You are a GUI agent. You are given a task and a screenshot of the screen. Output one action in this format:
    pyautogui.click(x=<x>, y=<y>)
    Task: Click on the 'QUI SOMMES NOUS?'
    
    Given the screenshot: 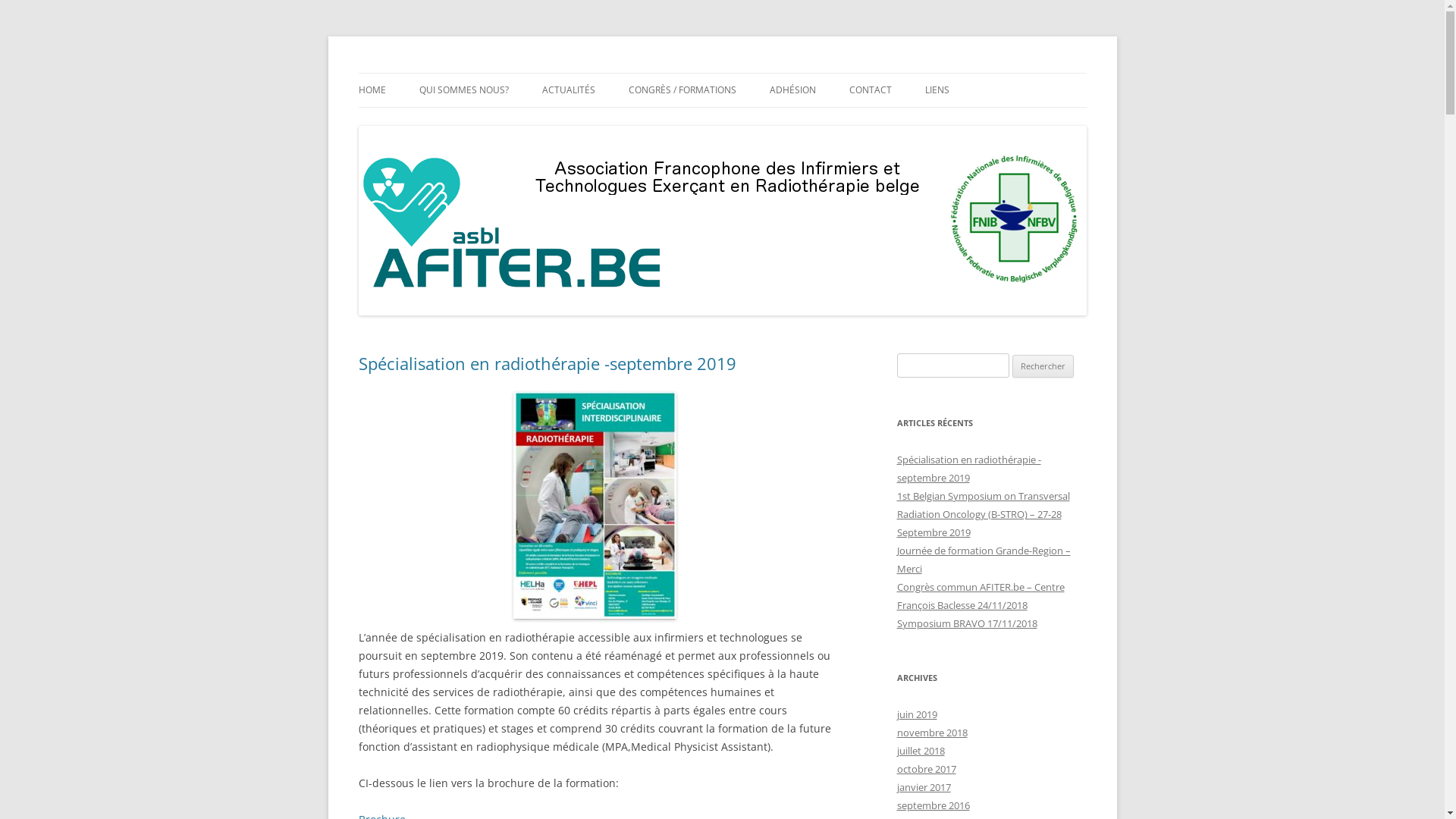 What is the action you would take?
    pyautogui.click(x=462, y=90)
    